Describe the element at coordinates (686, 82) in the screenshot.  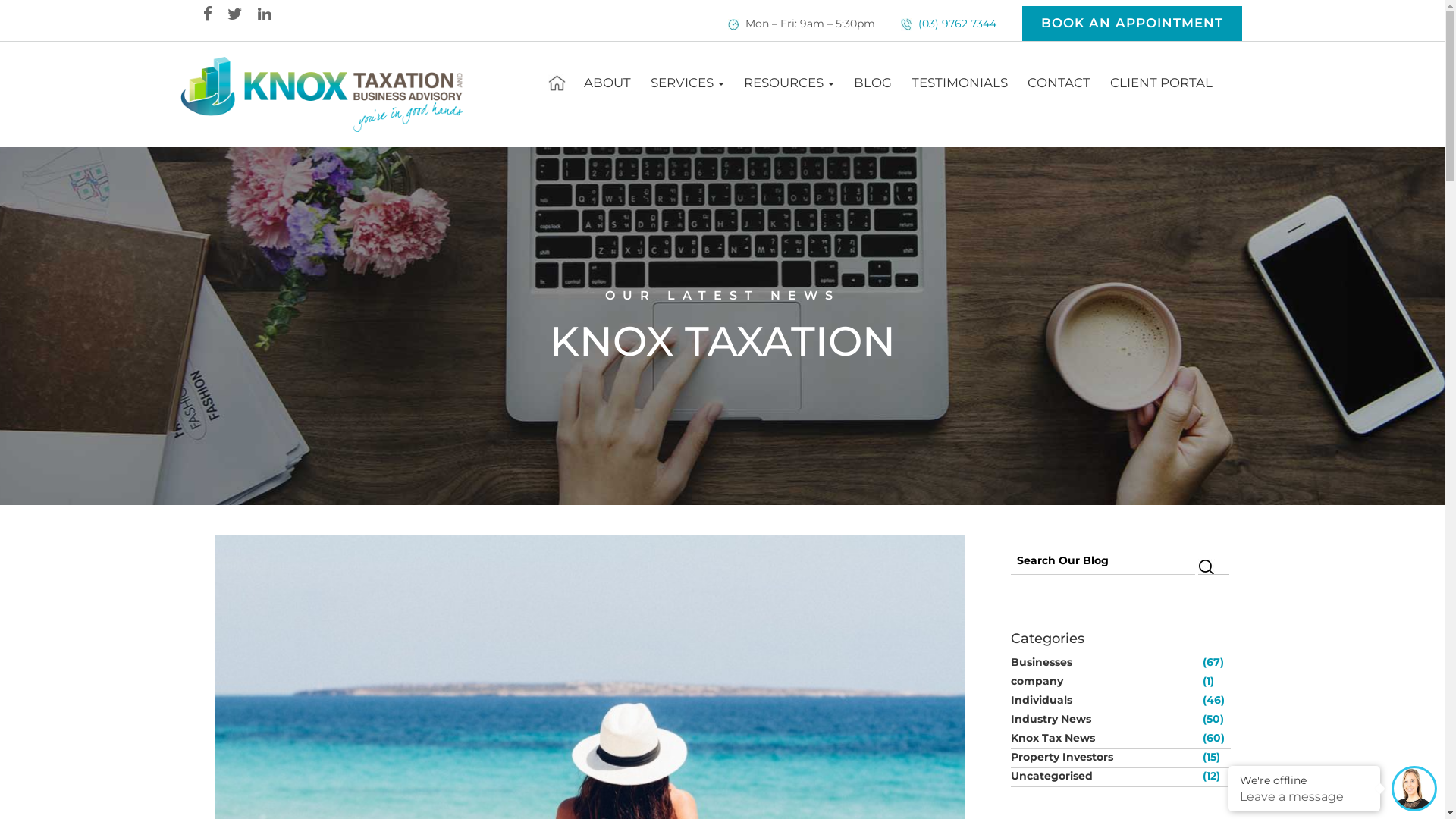
I see `'SERVICES'` at that location.